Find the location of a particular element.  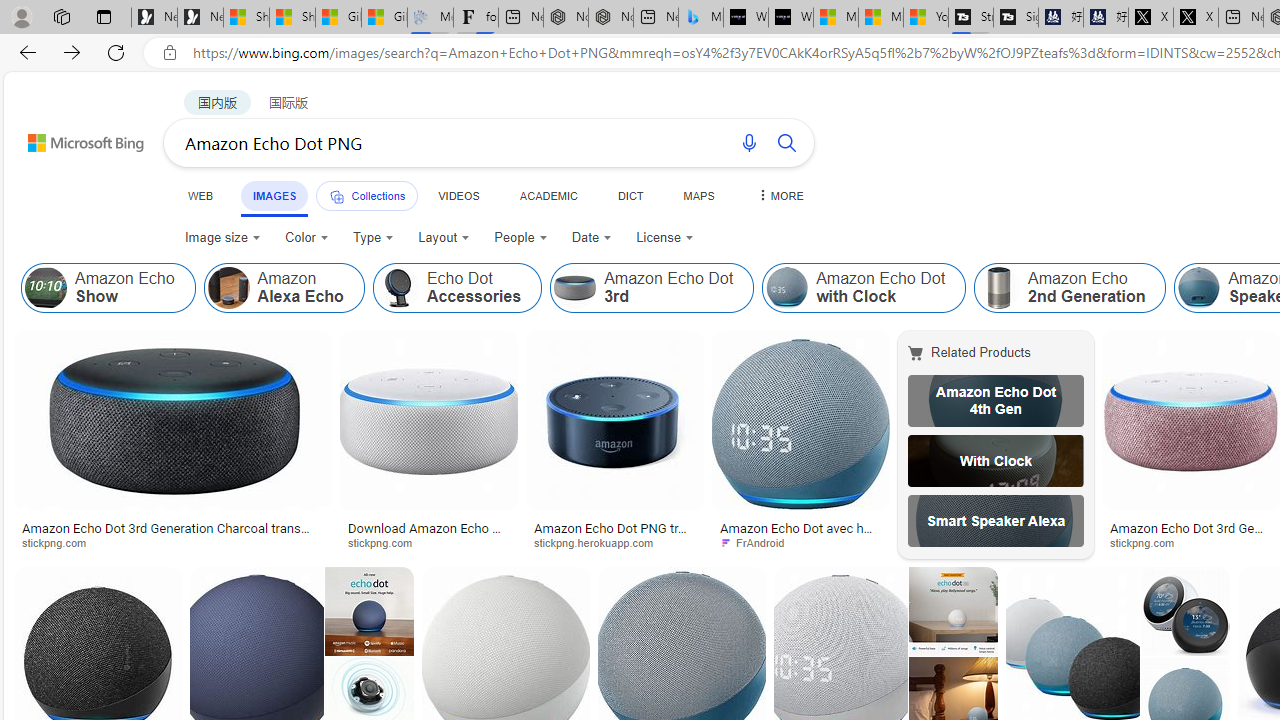

'Amazon Echo Dot 4th Gen' is located at coordinates (995, 401).